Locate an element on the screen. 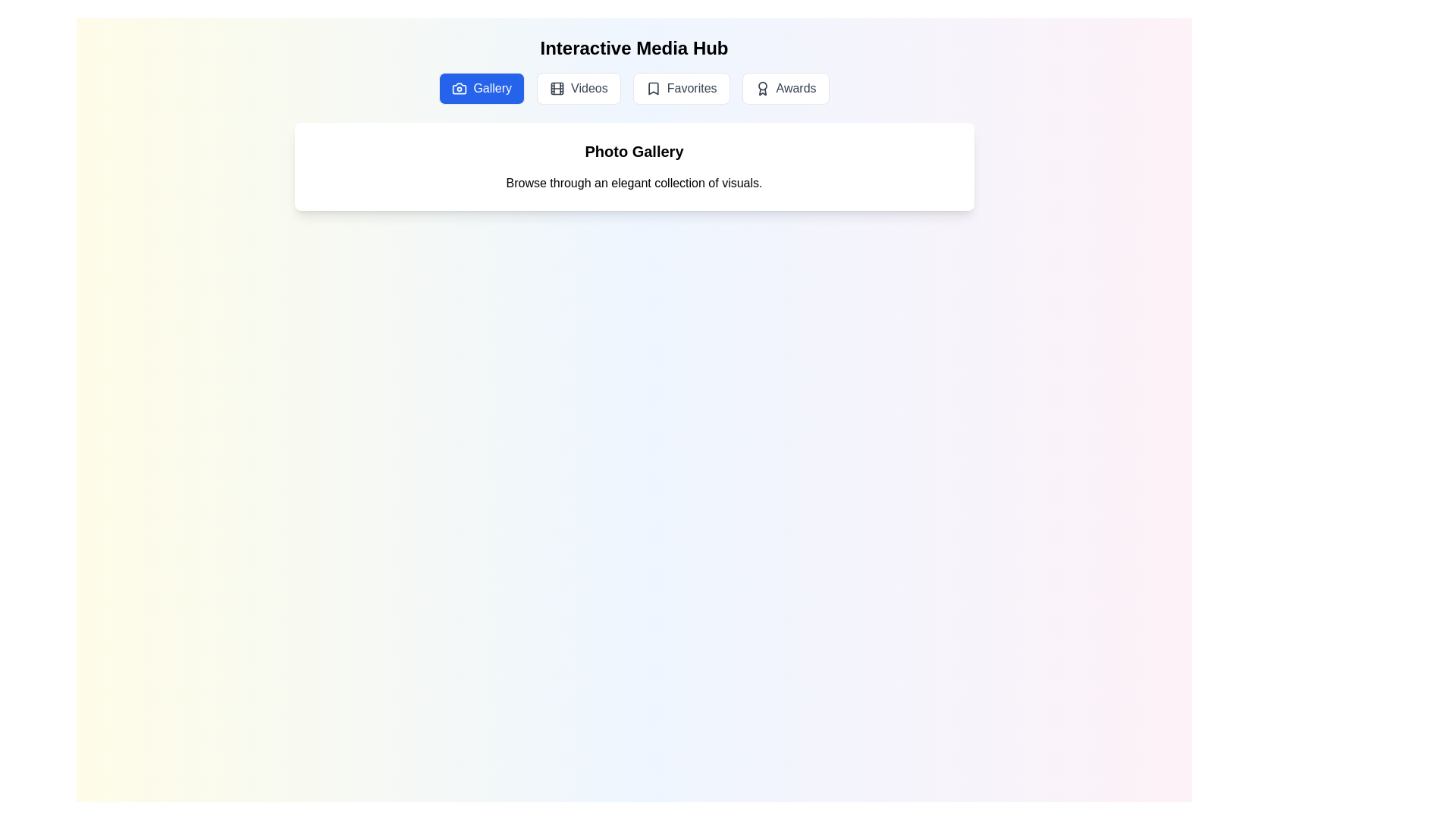  the 'Favorites' button, which is a rectangular button with rounded corners displaying a bookmark icon and the text 'Favorites', located in the top center menu bar is located at coordinates (680, 88).